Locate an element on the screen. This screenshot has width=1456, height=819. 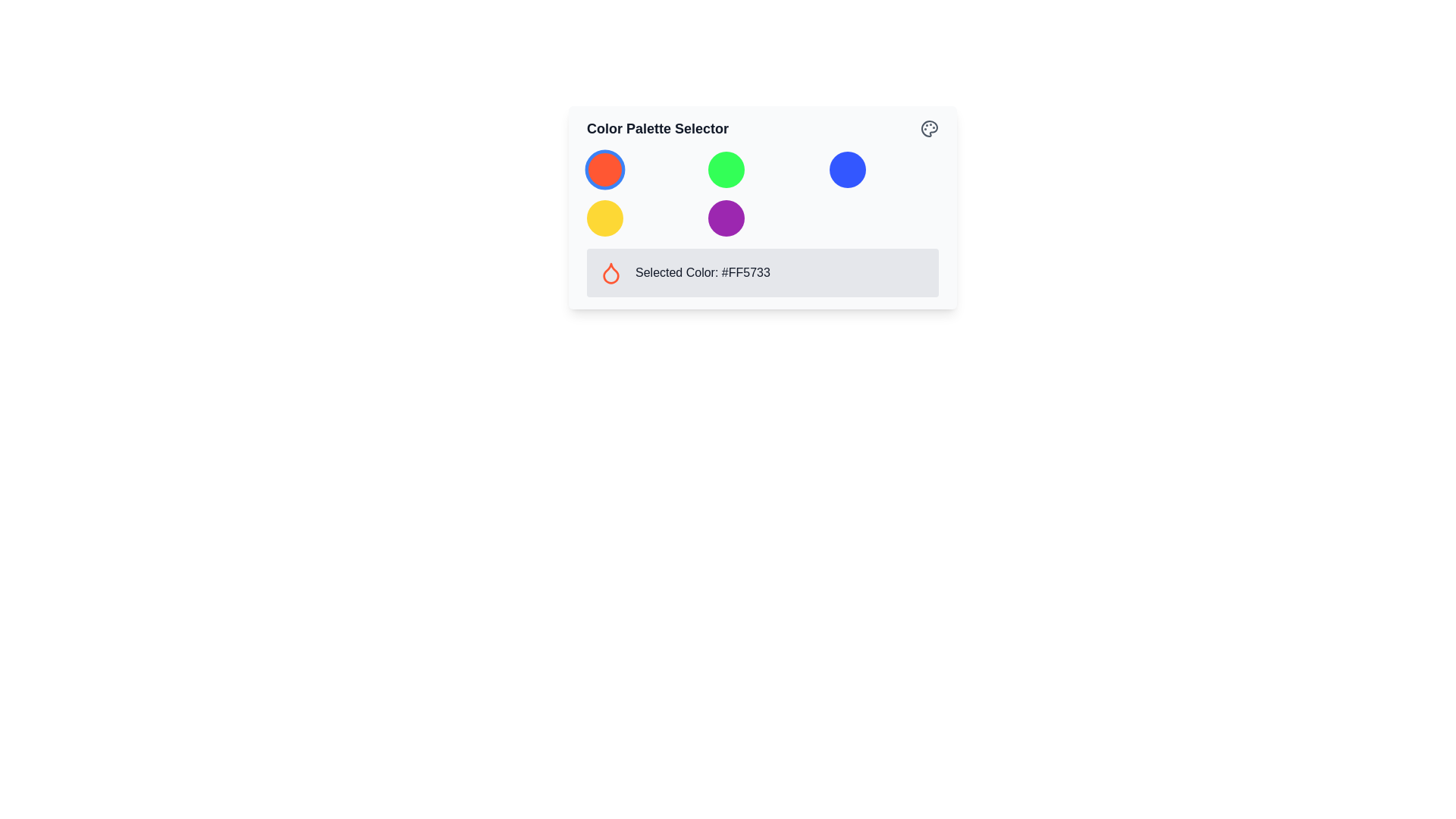
the selectable circular button is located at coordinates (847, 169).